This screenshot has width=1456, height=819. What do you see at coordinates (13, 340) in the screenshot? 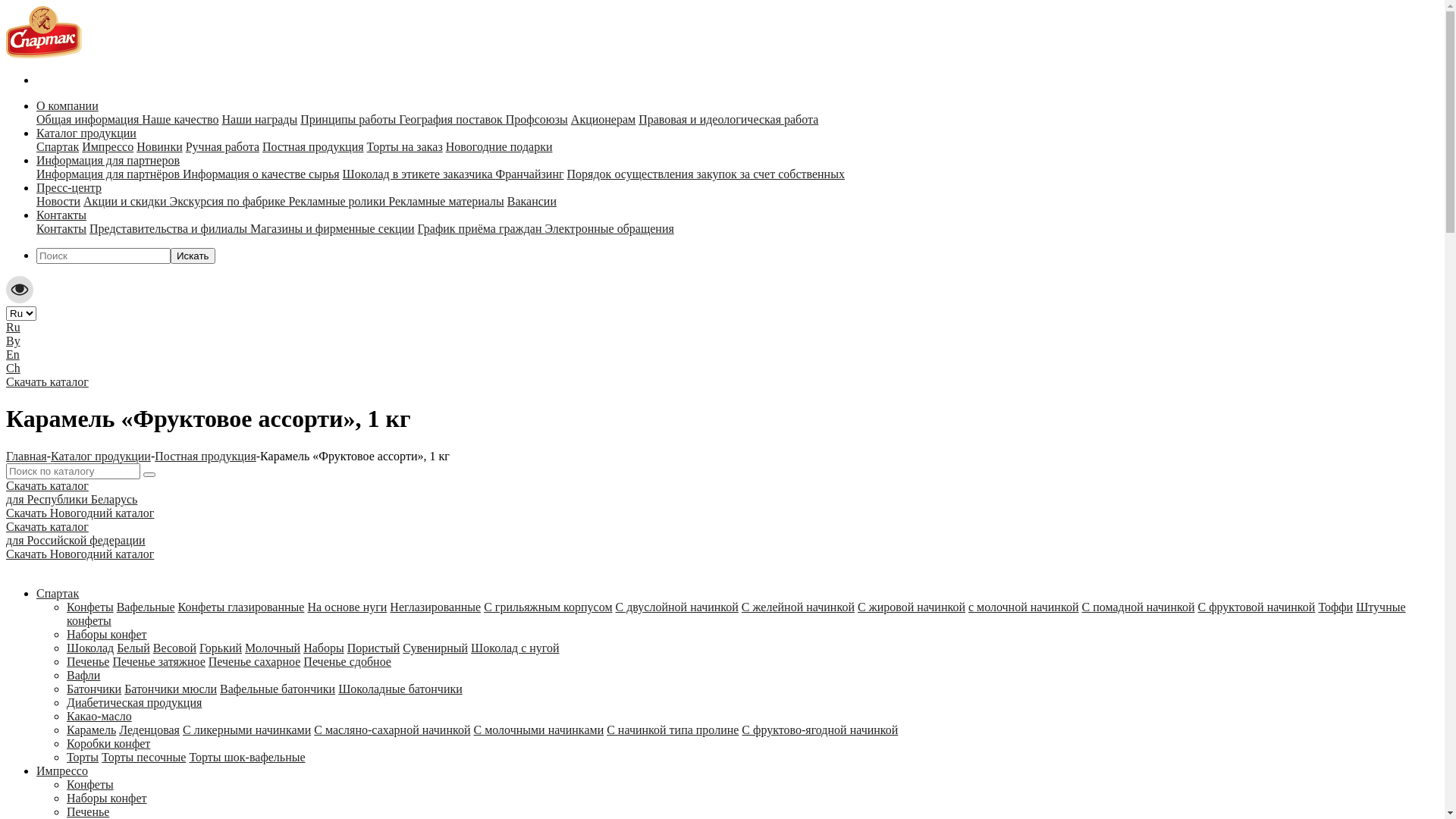
I see `'By'` at bounding box center [13, 340].